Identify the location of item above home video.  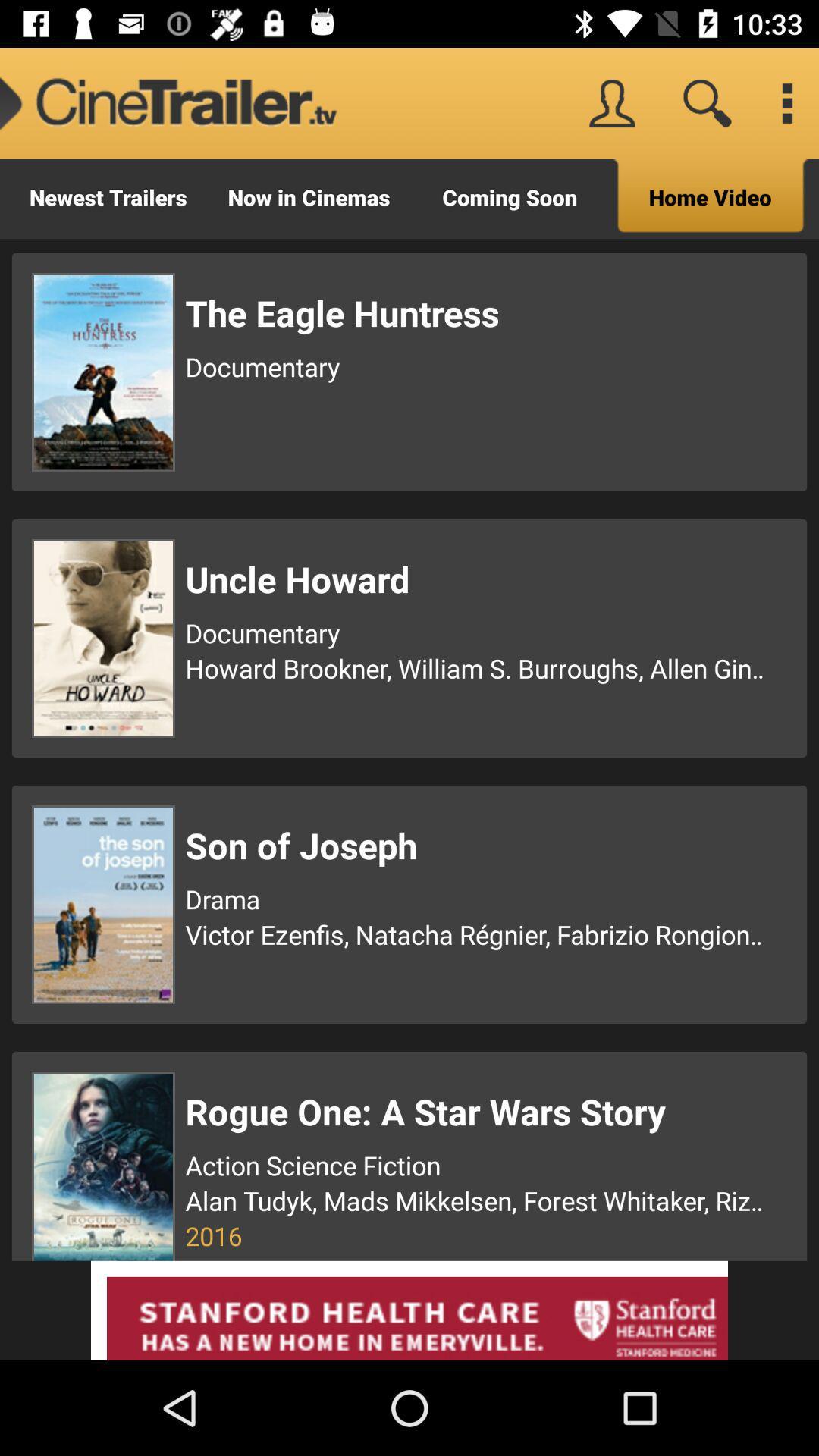
(786, 102).